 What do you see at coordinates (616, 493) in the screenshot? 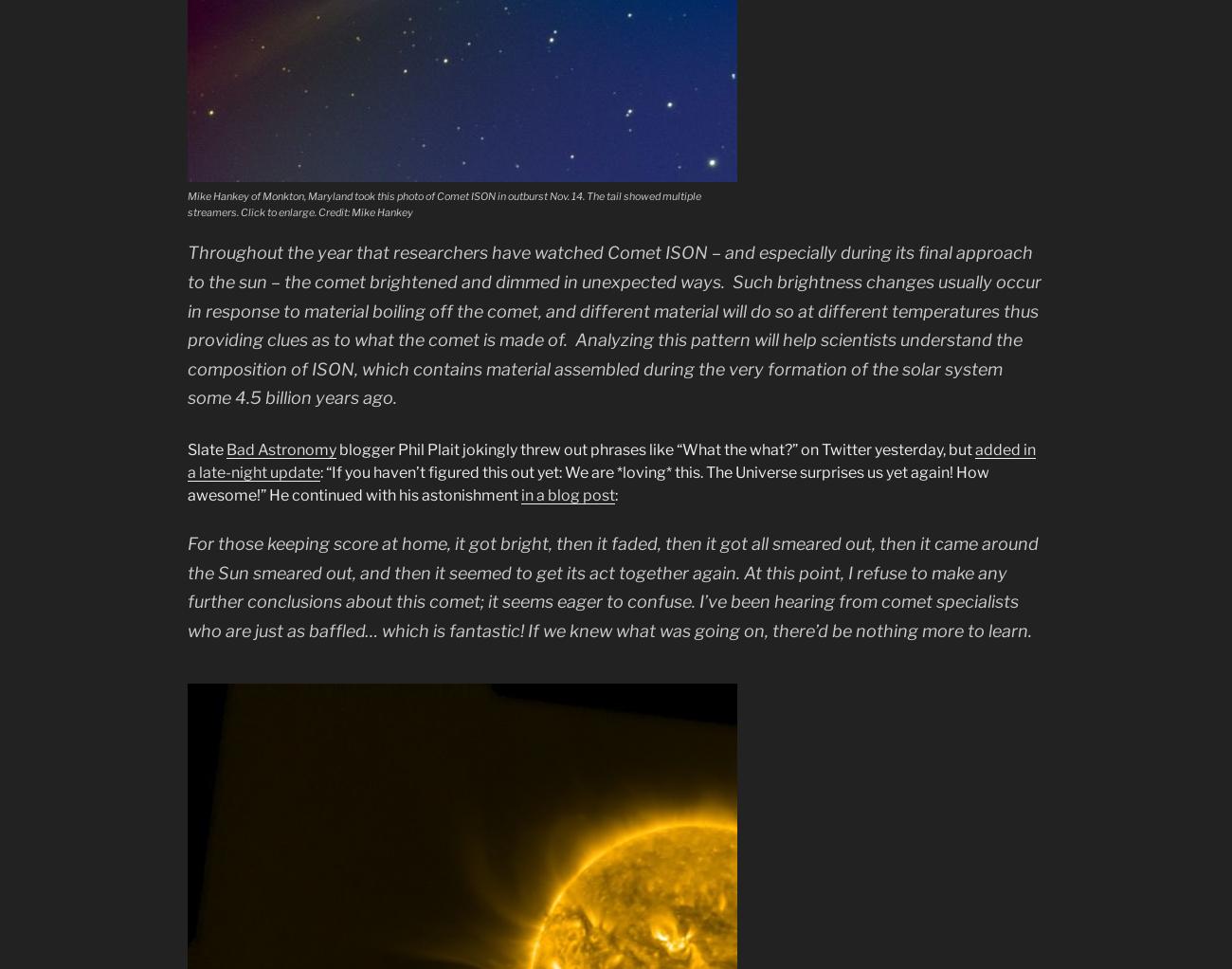
I see `':'` at bounding box center [616, 493].